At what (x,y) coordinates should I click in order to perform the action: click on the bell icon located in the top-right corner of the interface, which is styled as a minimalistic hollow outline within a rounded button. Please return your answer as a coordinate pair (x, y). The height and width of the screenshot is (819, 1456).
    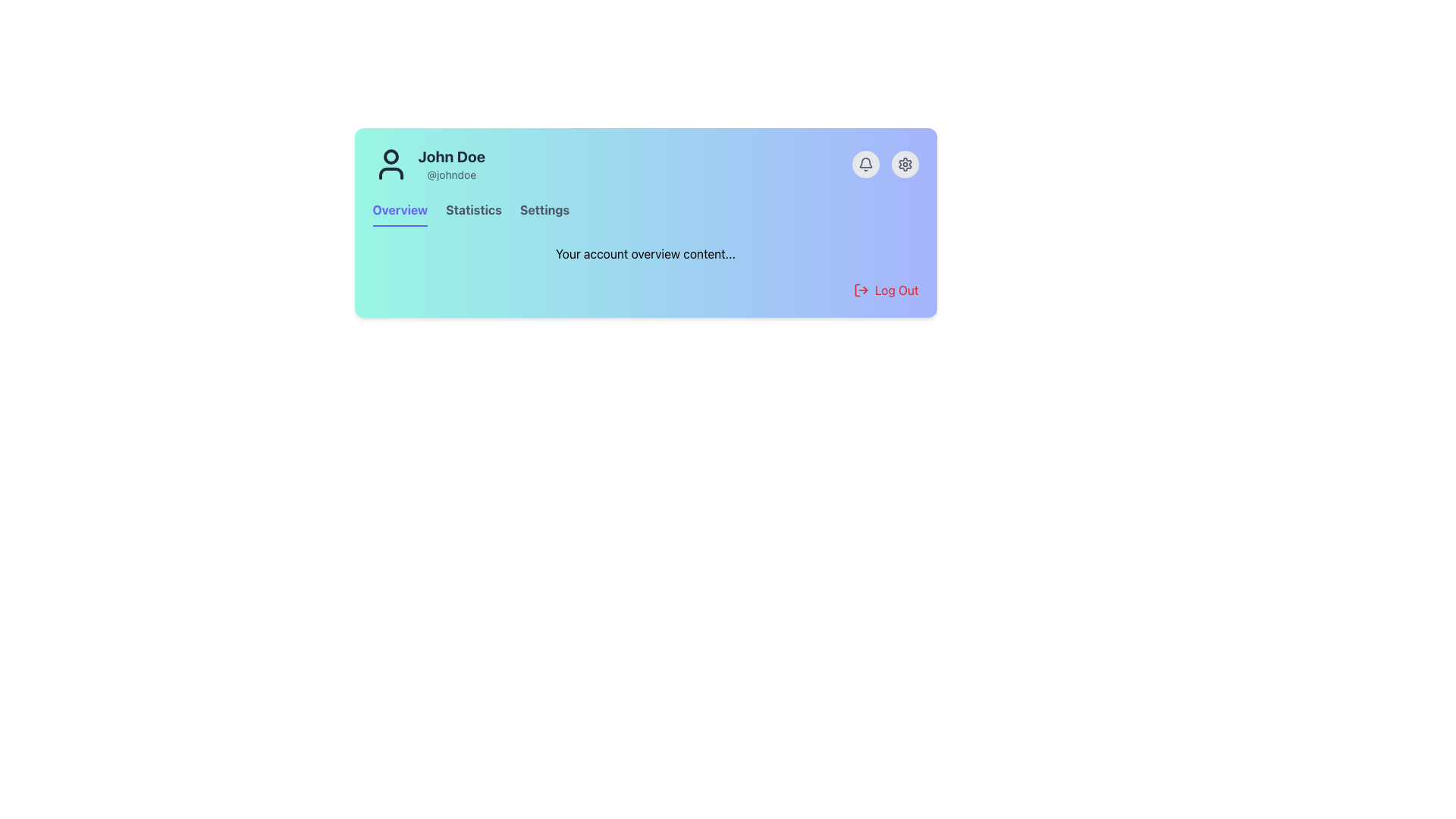
    Looking at the image, I should click on (865, 162).